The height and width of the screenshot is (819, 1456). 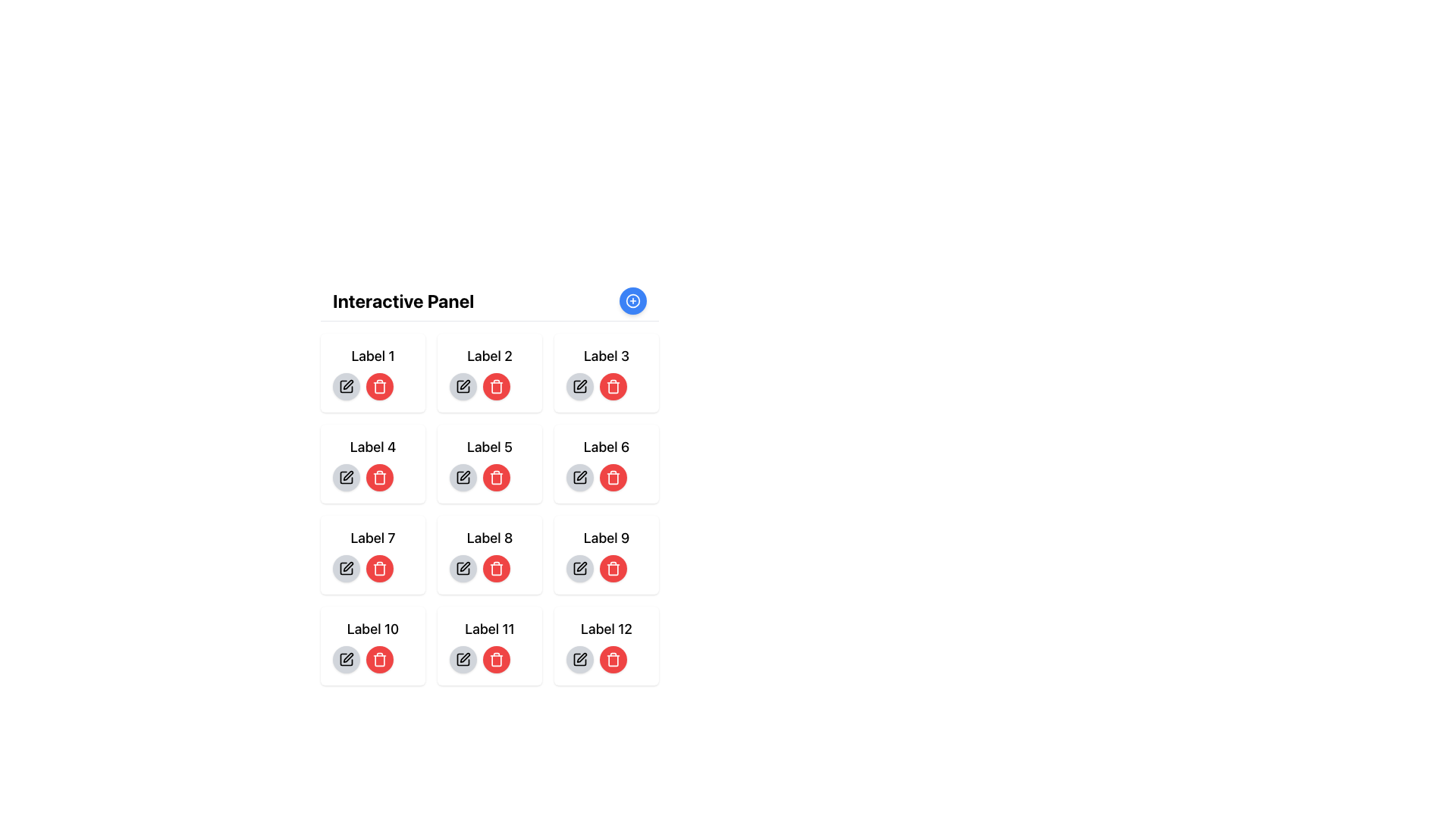 What do you see at coordinates (613, 570) in the screenshot?
I see `the trash can icon located in the bottom-right corner of the 'Label 8' panel` at bounding box center [613, 570].